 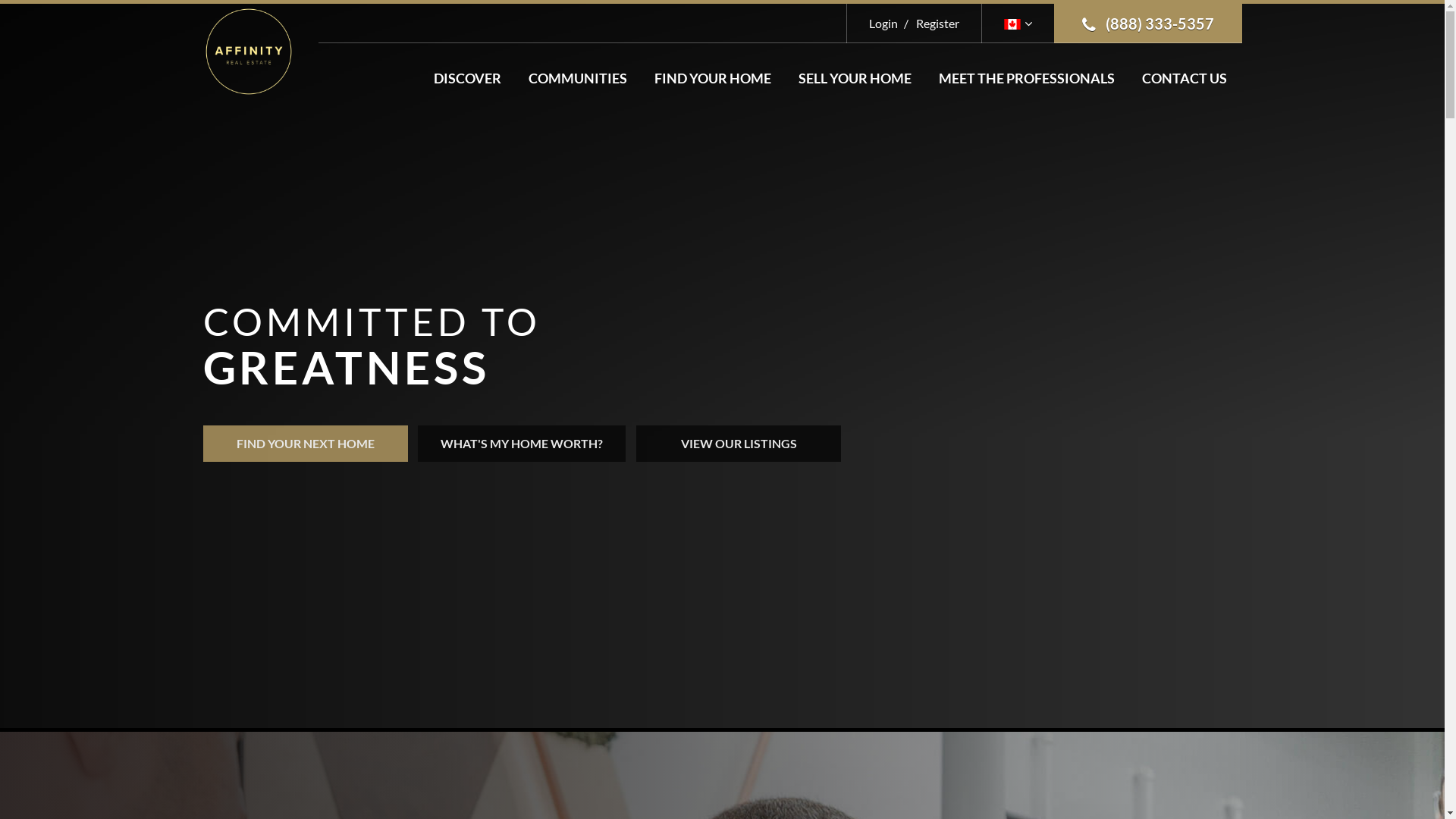 I want to click on 'Login', so click(x=883, y=23).